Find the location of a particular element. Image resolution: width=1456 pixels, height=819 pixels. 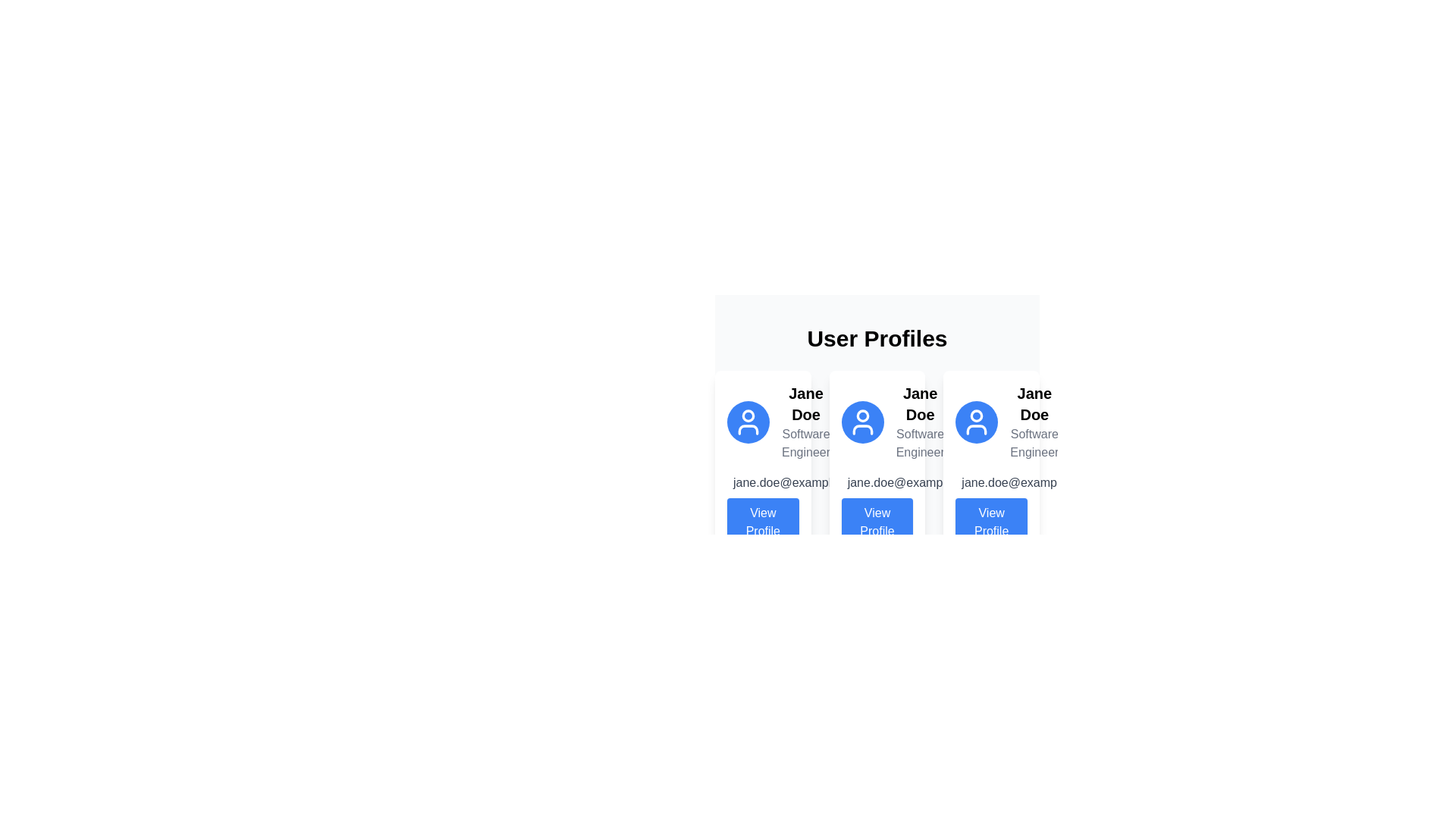

the static text label displaying 'Software Engineer', which is located directly beneath the name 'Jane Doe' in the third profile card is located at coordinates (1034, 444).